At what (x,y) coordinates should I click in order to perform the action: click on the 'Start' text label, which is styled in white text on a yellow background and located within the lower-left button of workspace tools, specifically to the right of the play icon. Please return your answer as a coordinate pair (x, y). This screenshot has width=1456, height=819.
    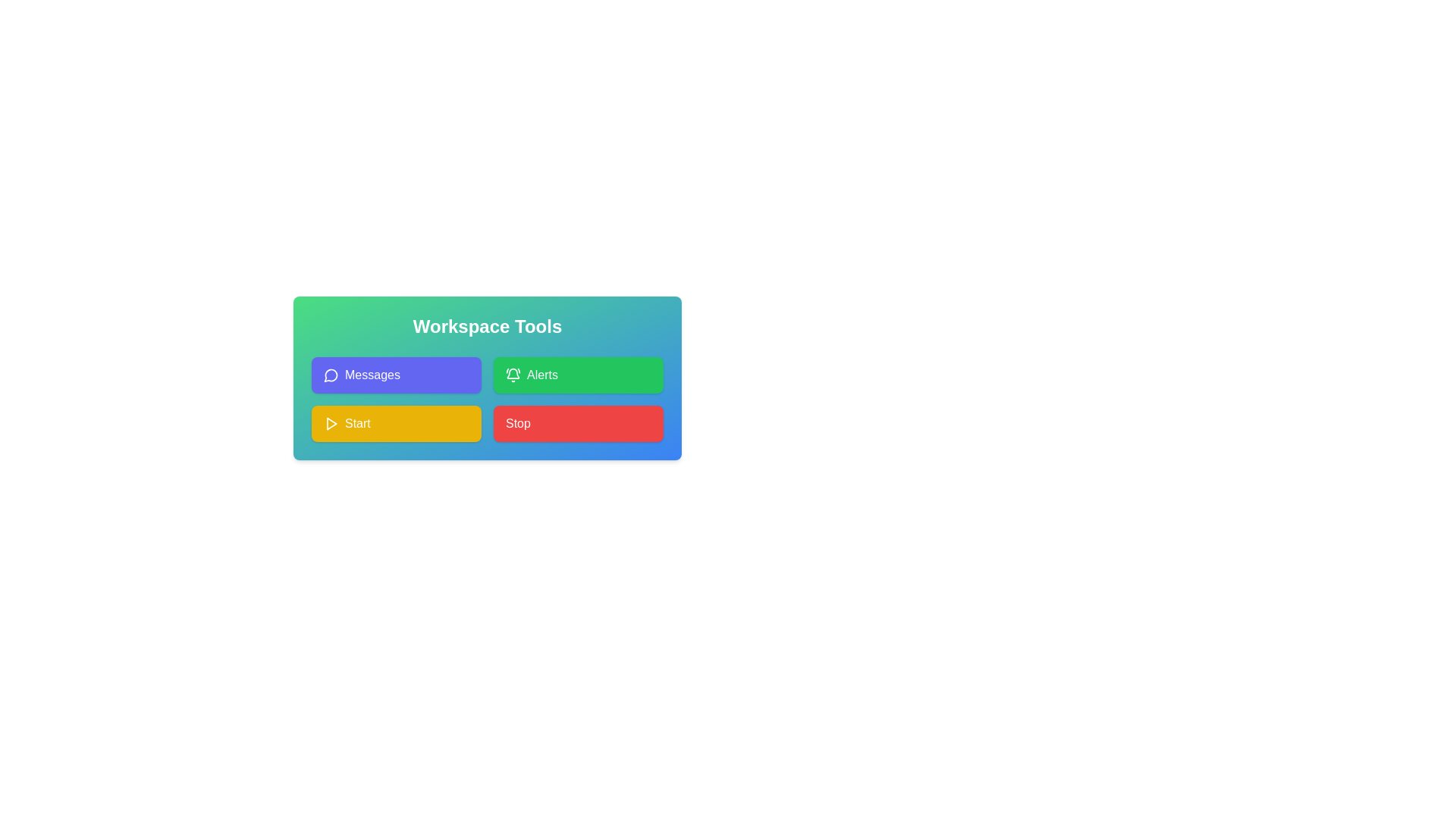
    Looking at the image, I should click on (356, 424).